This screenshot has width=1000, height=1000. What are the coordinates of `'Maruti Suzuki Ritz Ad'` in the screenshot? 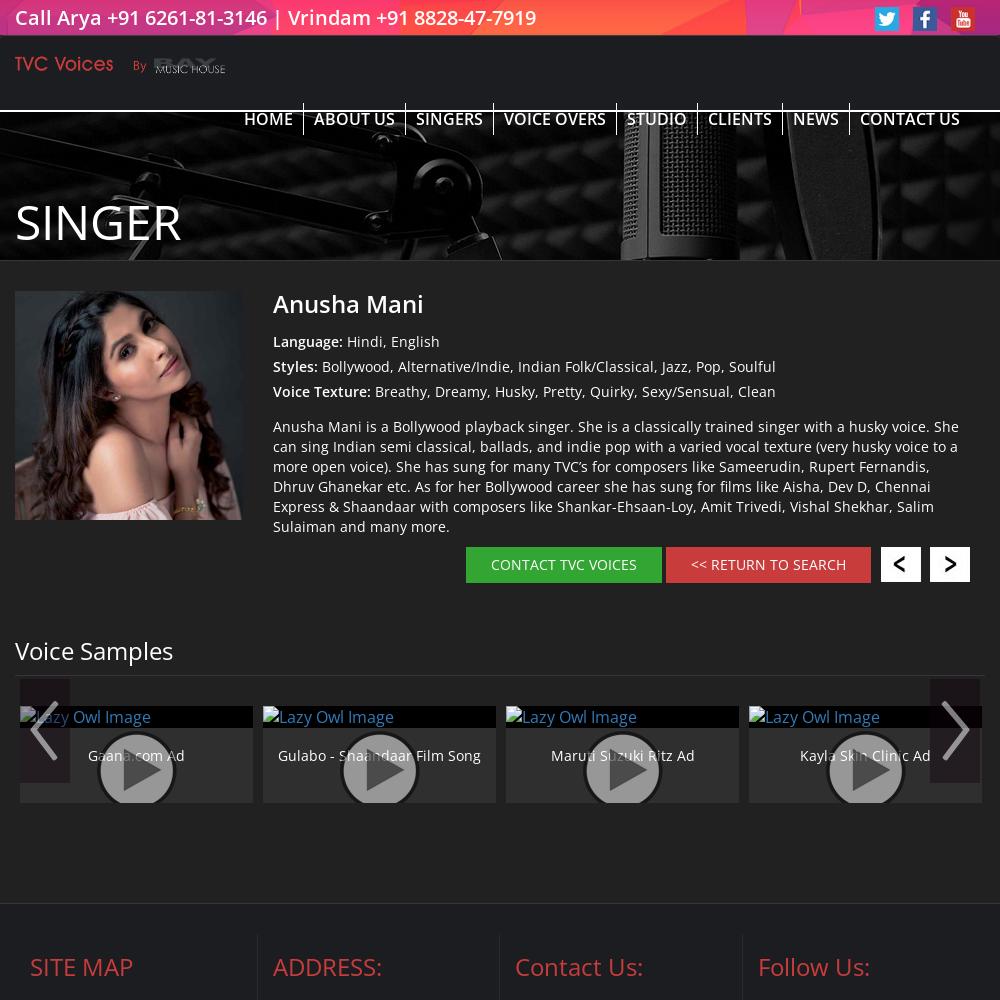 It's located at (621, 755).